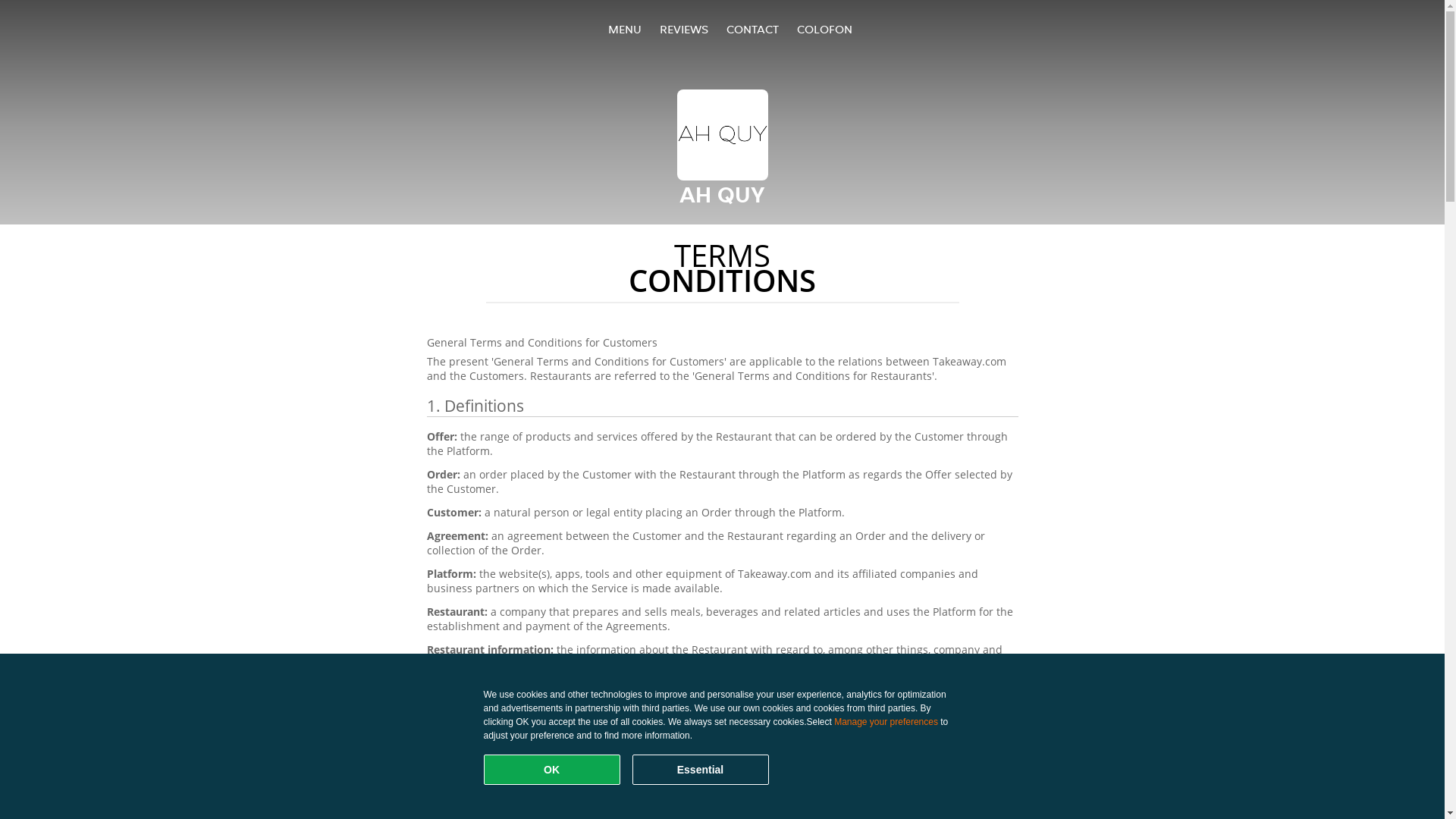 This screenshot has height=819, width=1456. What do you see at coordinates (726, 29) in the screenshot?
I see `'CONTACT'` at bounding box center [726, 29].